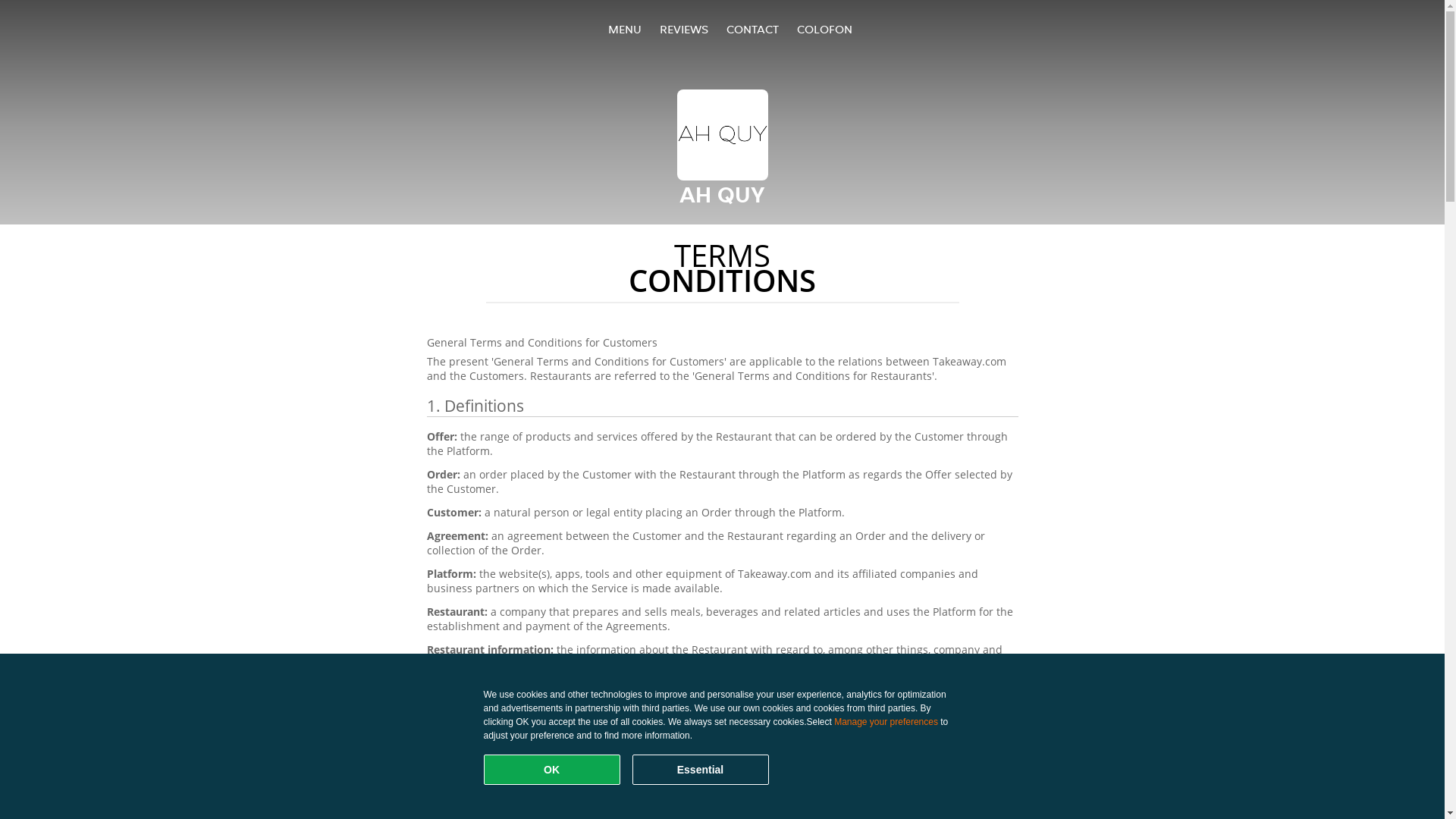 This screenshot has height=819, width=1456. What do you see at coordinates (726, 29) in the screenshot?
I see `'CONTACT'` at bounding box center [726, 29].